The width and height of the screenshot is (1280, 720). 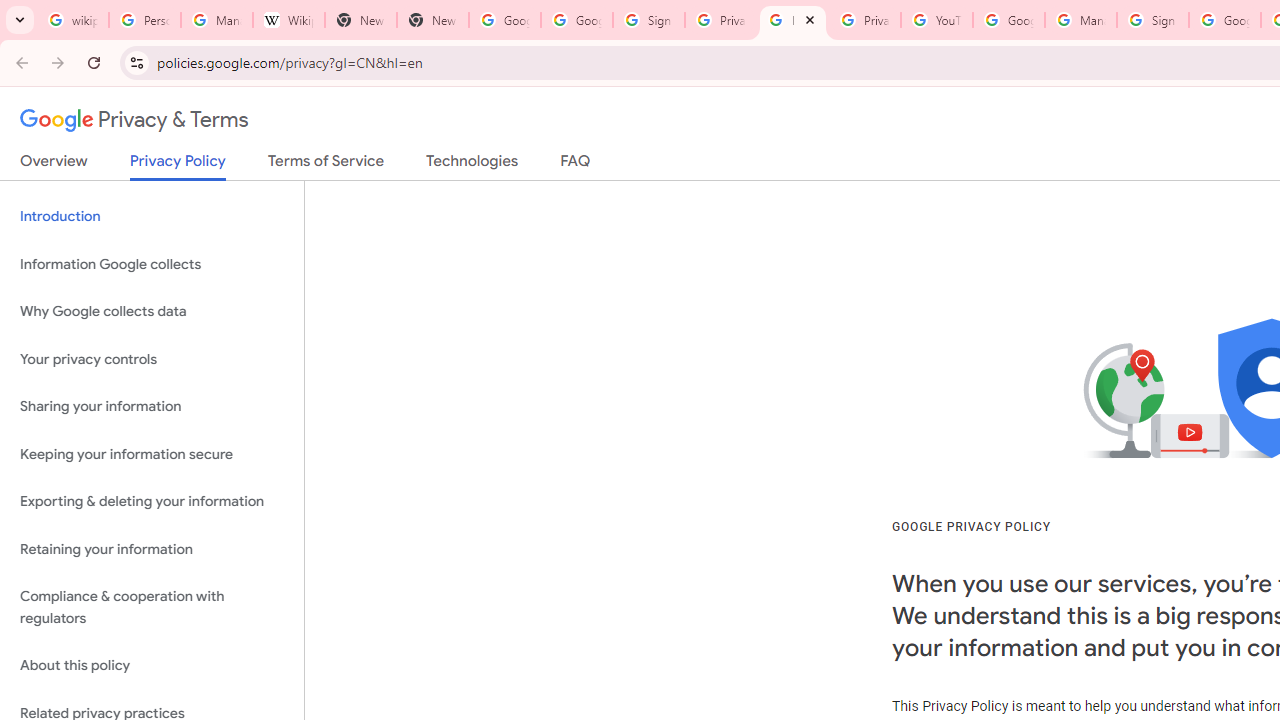 I want to click on 'Privacy Policy', so click(x=177, y=165).